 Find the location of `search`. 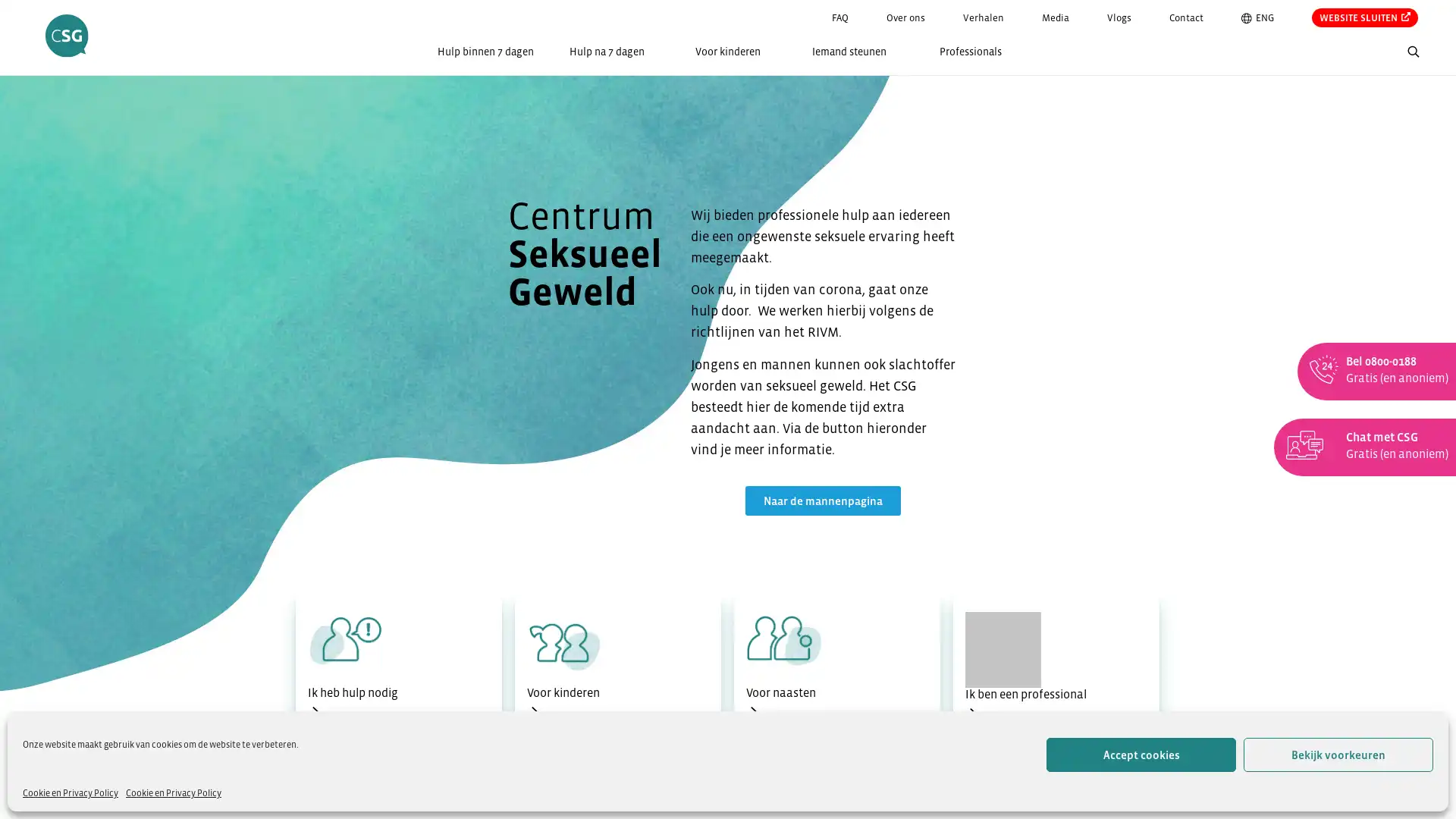

search is located at coordinates (1440, 54).